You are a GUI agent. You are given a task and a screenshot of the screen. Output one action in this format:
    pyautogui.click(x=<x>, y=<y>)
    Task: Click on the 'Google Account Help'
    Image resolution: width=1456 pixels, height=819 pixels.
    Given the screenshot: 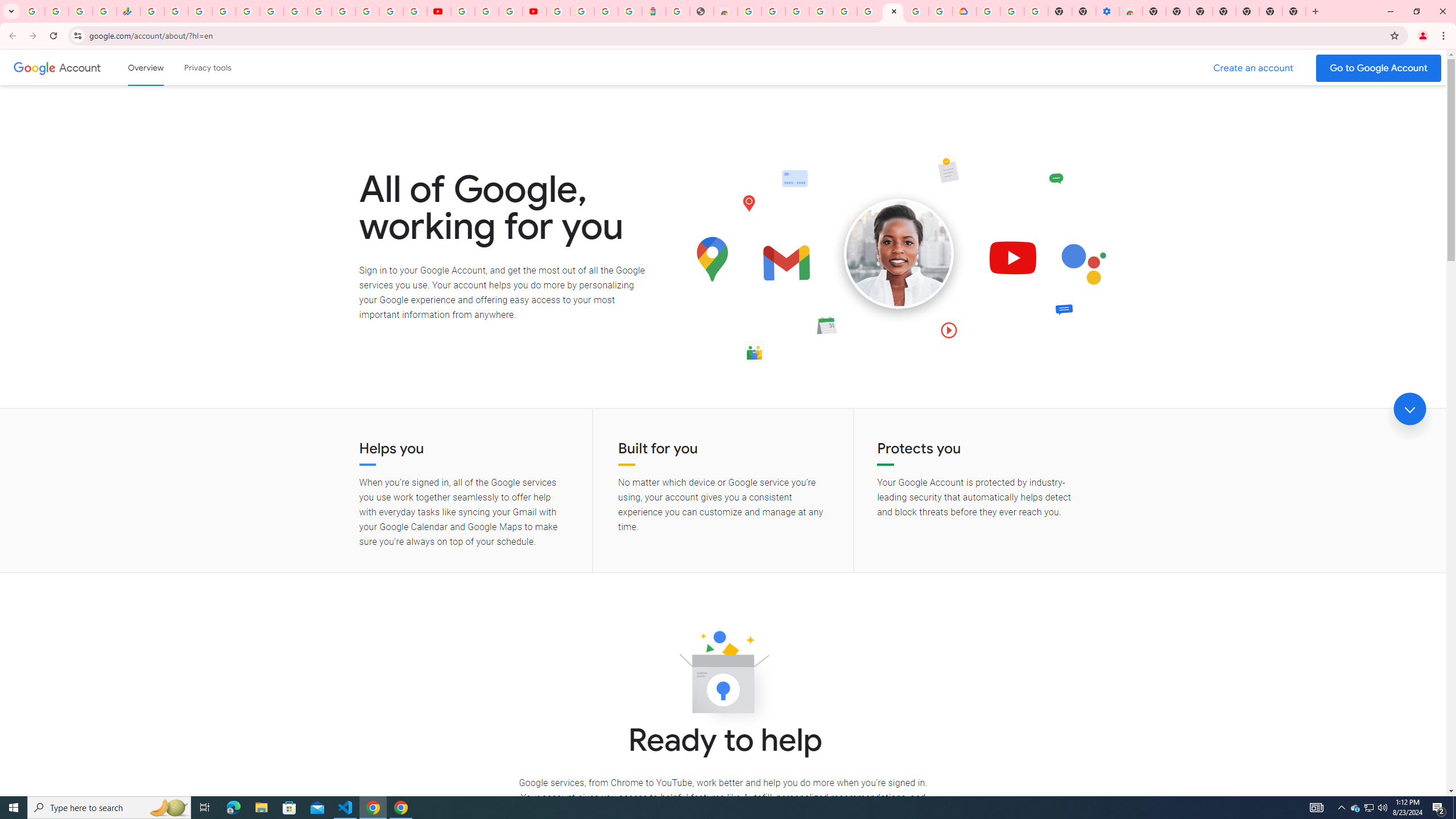 What is the action you would take?
    pyautogui.click(x=1012, y=11)
    